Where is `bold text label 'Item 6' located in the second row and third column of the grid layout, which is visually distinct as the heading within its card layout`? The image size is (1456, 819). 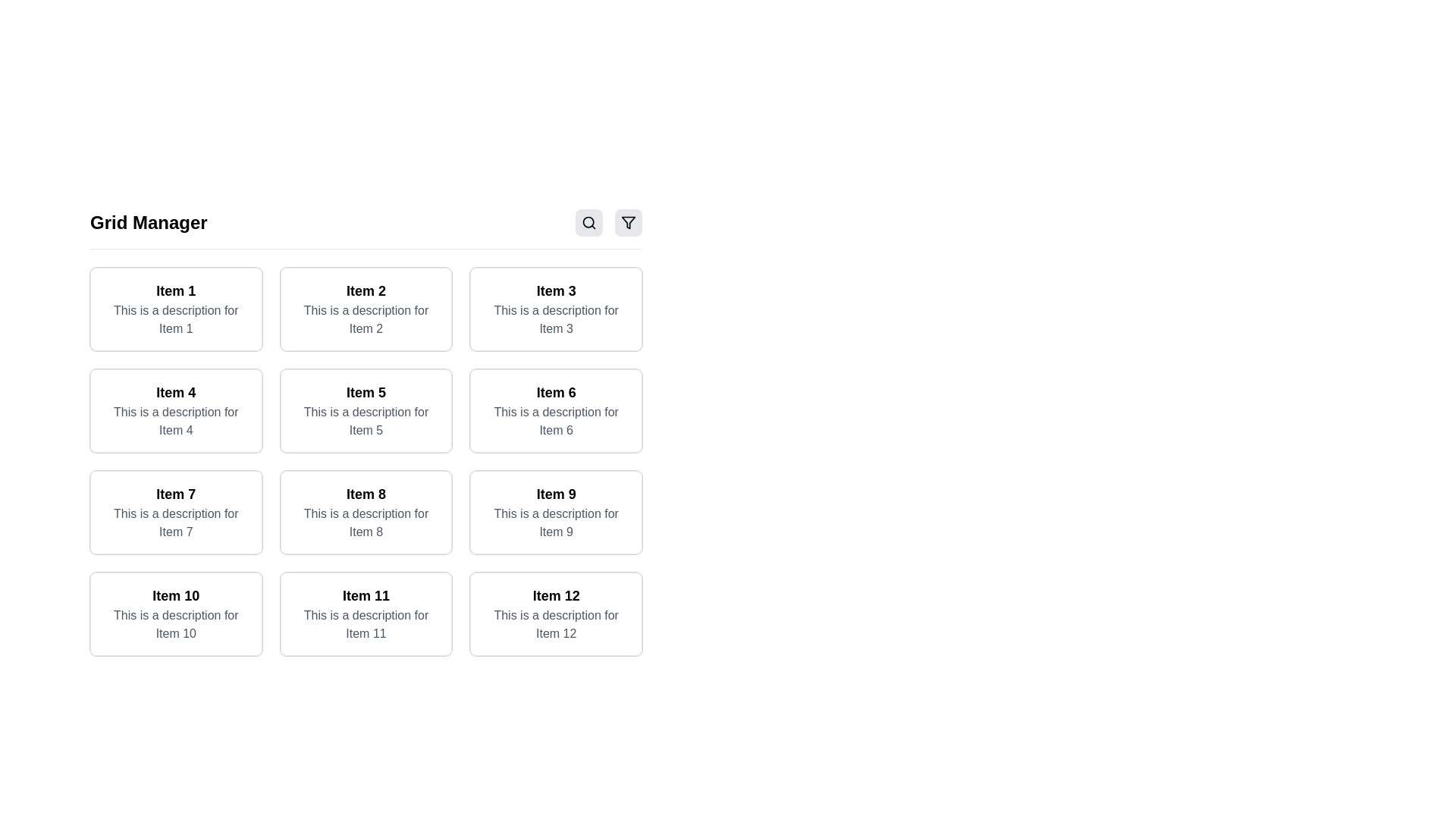
bold text label 'Item 6' located in the second row and third column of the grid layout, which is visually distinct as the heading within its card layout is located at coordinates (555, 391).